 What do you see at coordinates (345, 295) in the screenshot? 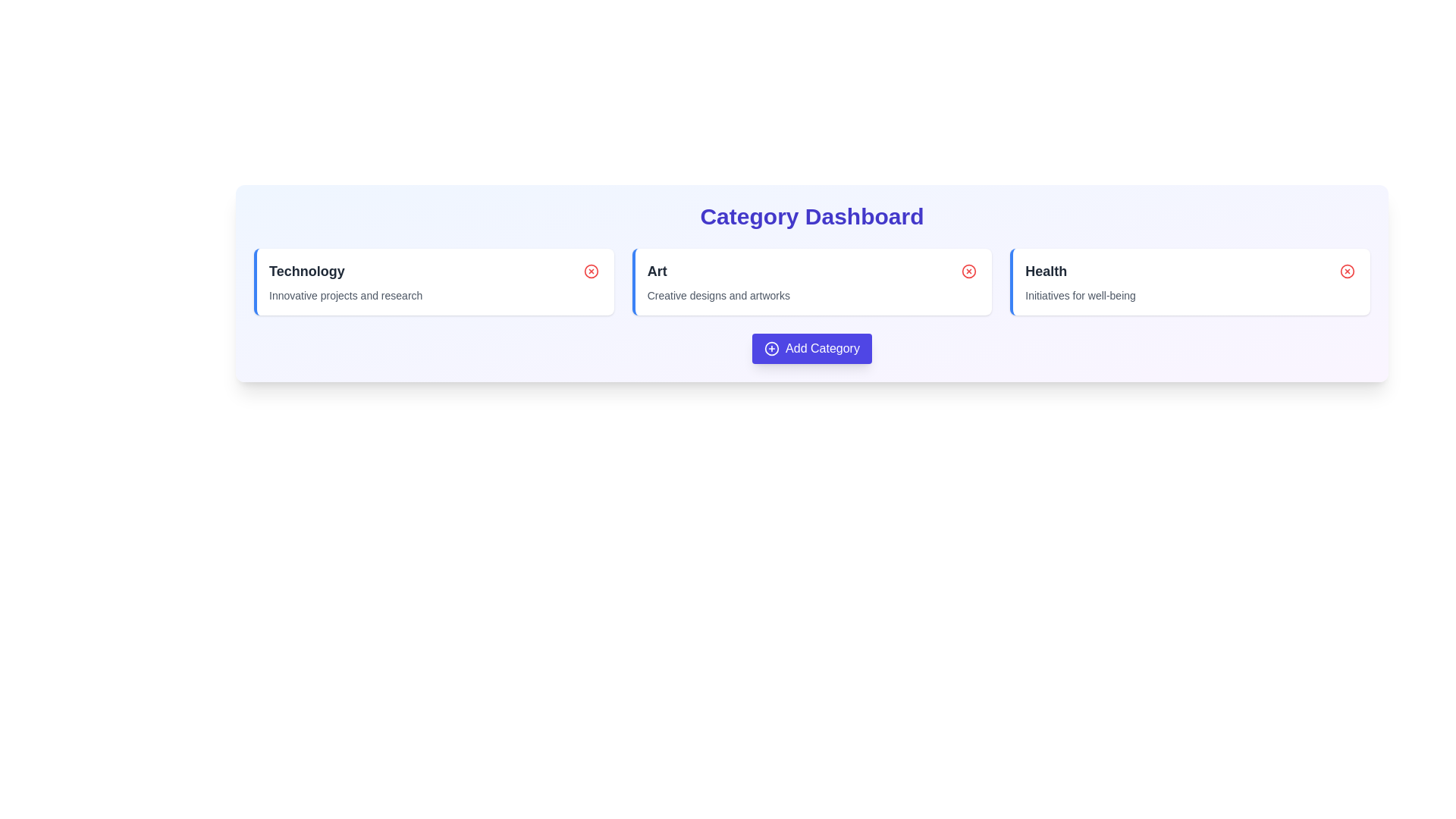
I see `the static text providing descriptive detail about the 'Technology' category, which is located below the 'Technology' heading within a white card that has a left blue border` at bounding box center [345, 295].